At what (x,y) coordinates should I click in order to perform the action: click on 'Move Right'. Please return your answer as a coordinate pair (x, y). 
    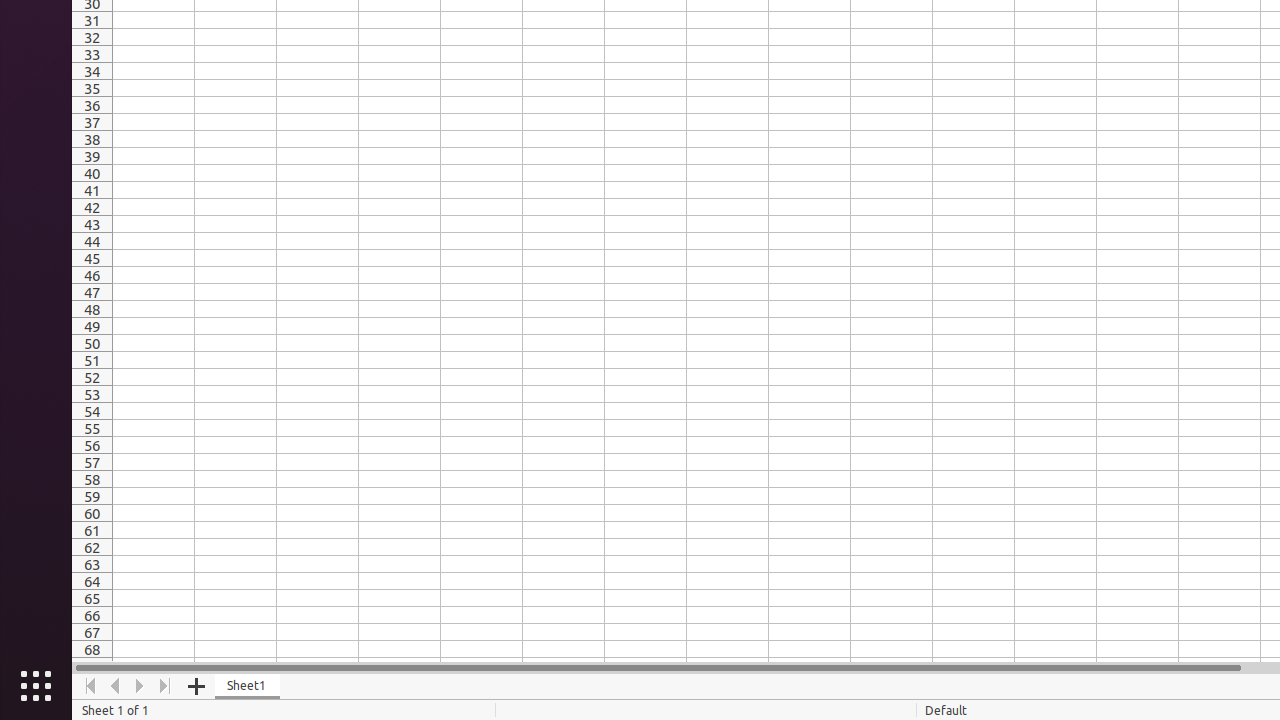
    Looking at the image, I should click on (139, 685).